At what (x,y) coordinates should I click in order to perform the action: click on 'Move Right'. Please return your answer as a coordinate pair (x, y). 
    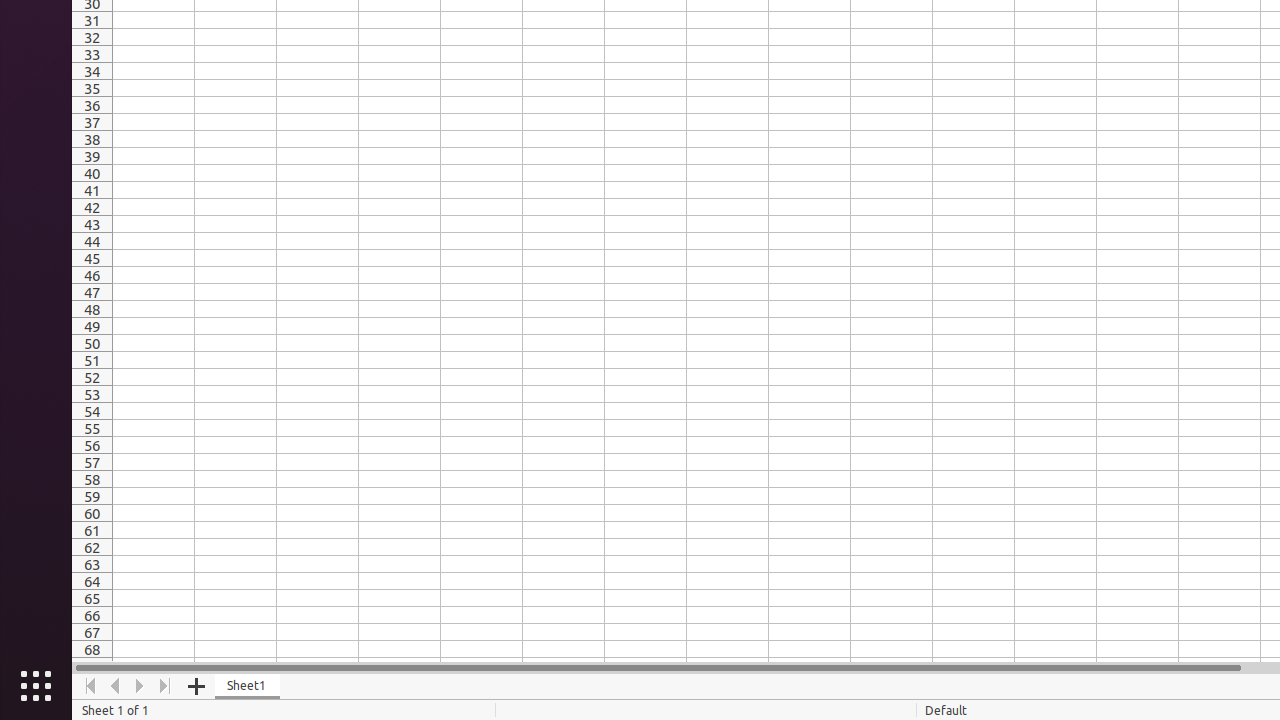
    Looking at the image, I should click on (139, 685).